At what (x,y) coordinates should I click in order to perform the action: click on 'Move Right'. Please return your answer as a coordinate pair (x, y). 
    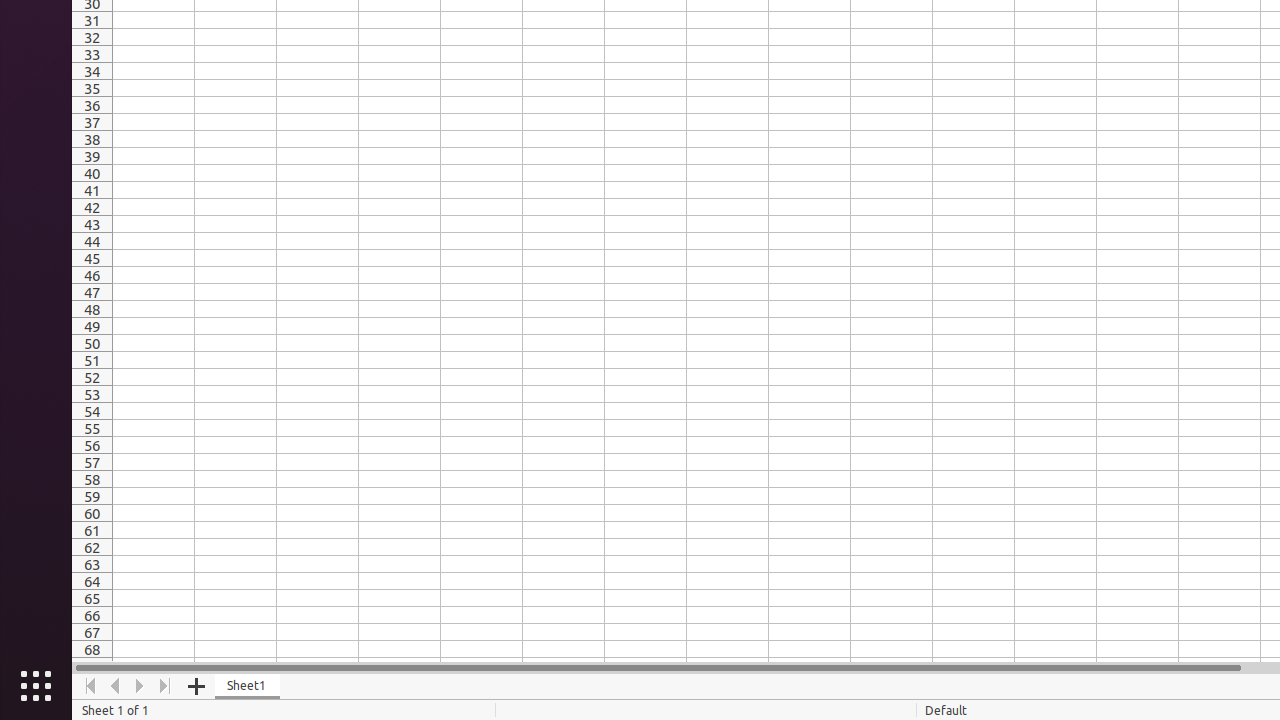
    Looking at the image, I should click on (139, 685).